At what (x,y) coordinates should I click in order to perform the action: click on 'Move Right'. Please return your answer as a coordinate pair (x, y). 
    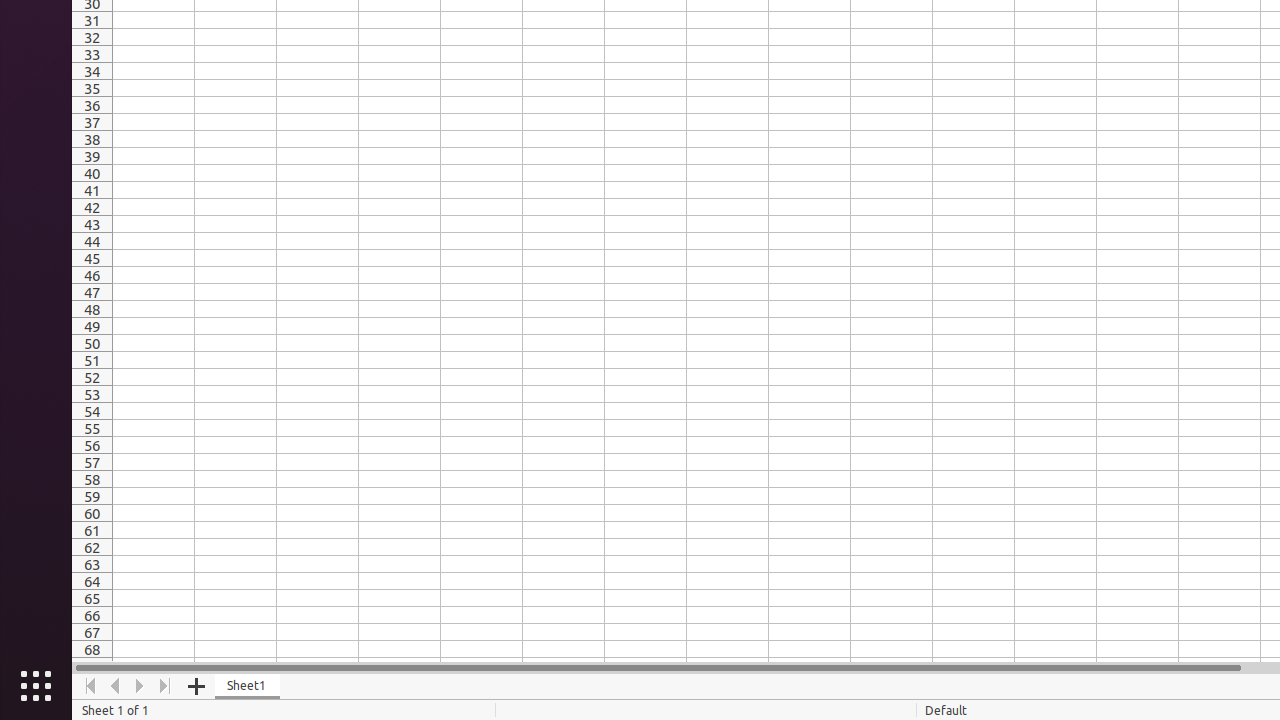
    Looking at the image, I should click on (139, 685).